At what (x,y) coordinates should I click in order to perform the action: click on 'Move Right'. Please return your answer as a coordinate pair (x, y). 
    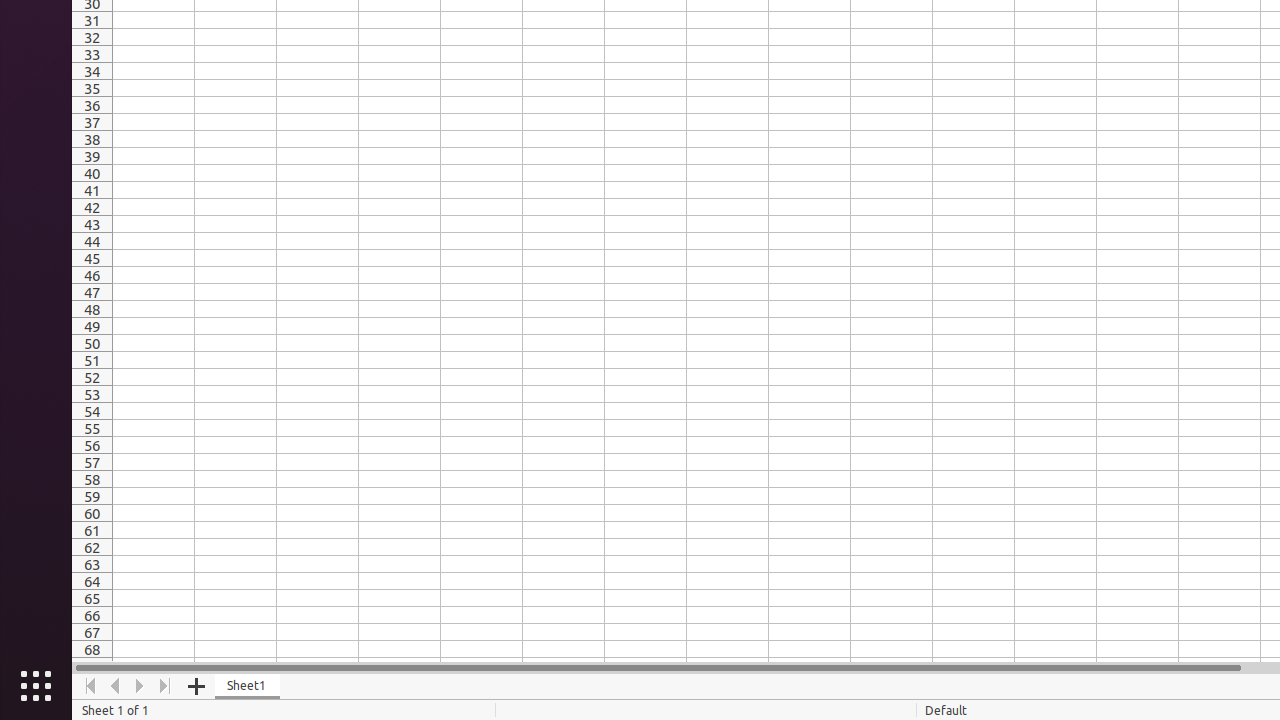
    Looking at the image, I should click on (139, 685).